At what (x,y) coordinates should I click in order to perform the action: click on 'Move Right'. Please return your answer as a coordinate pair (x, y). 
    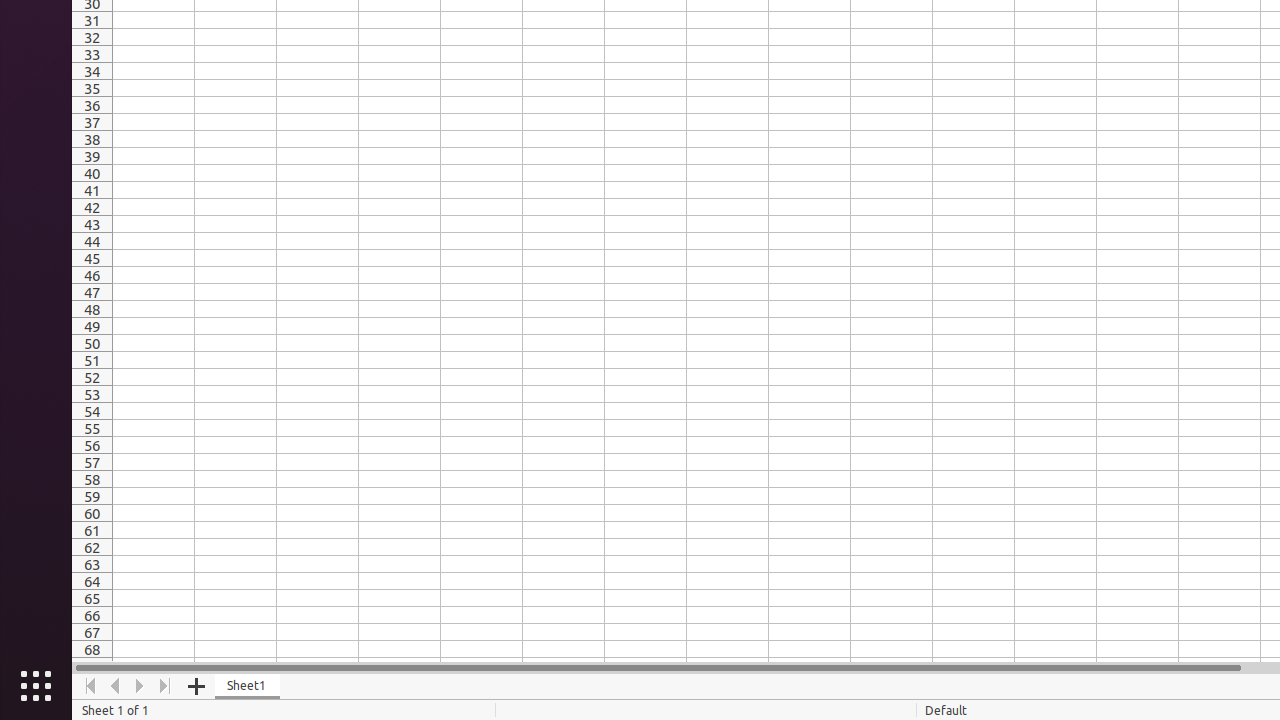
    Looking at the image, I should click on (139, 685).